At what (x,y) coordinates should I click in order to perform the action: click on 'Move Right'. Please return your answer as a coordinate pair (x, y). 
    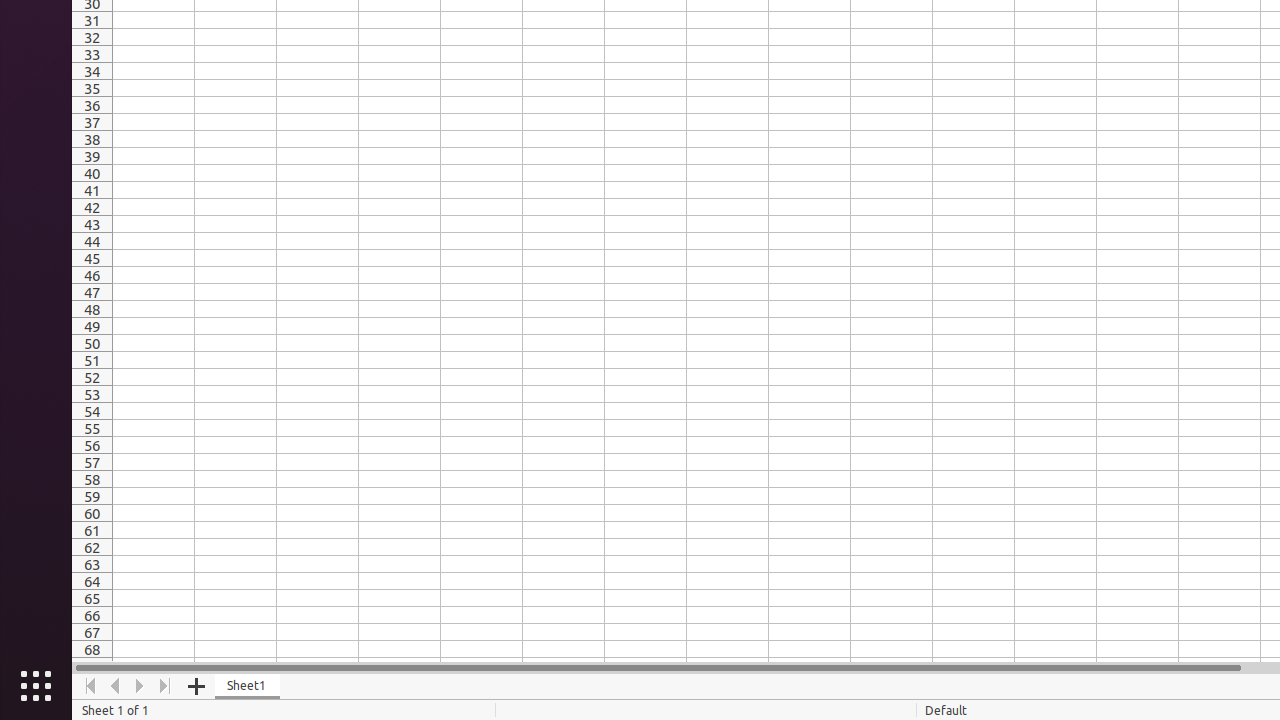
    Looking at the image, I should click on (139, 685).